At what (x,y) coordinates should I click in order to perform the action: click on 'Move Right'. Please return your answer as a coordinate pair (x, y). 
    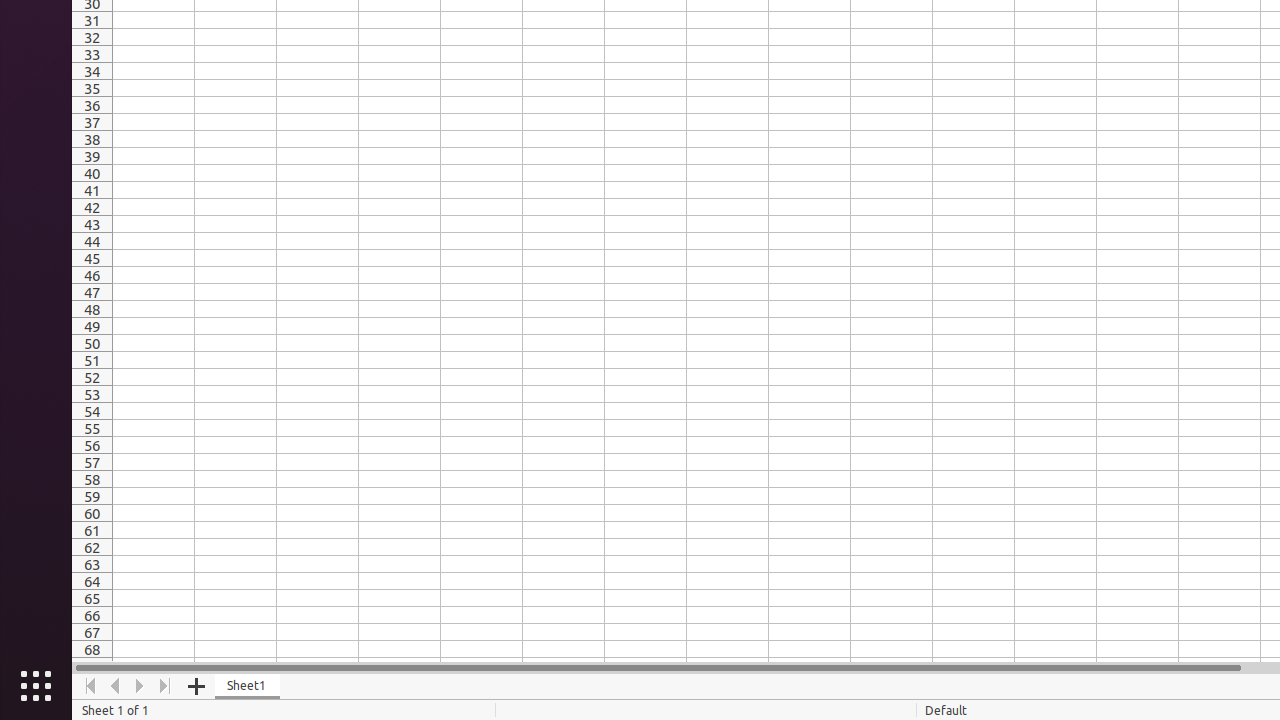
    Looking at the image, I should click on (139, 685).